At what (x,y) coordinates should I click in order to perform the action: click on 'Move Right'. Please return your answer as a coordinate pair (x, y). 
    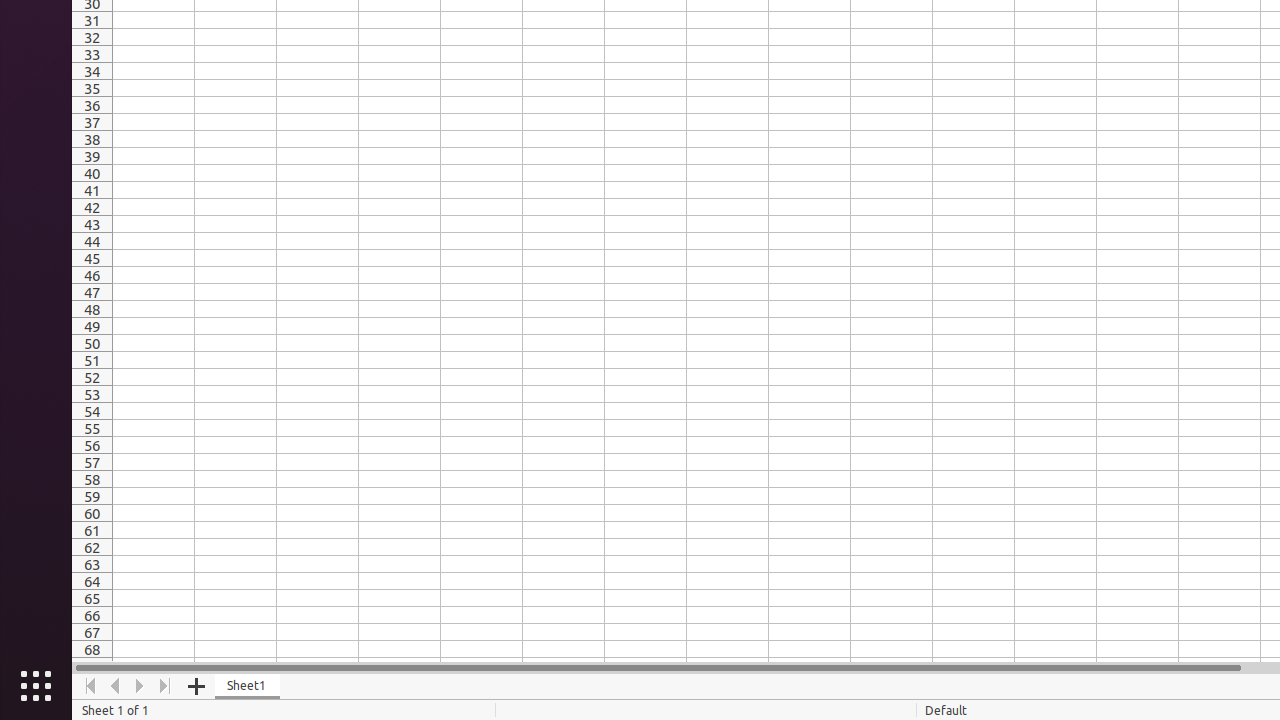
    Looking at the image, I should click on (139, 685).